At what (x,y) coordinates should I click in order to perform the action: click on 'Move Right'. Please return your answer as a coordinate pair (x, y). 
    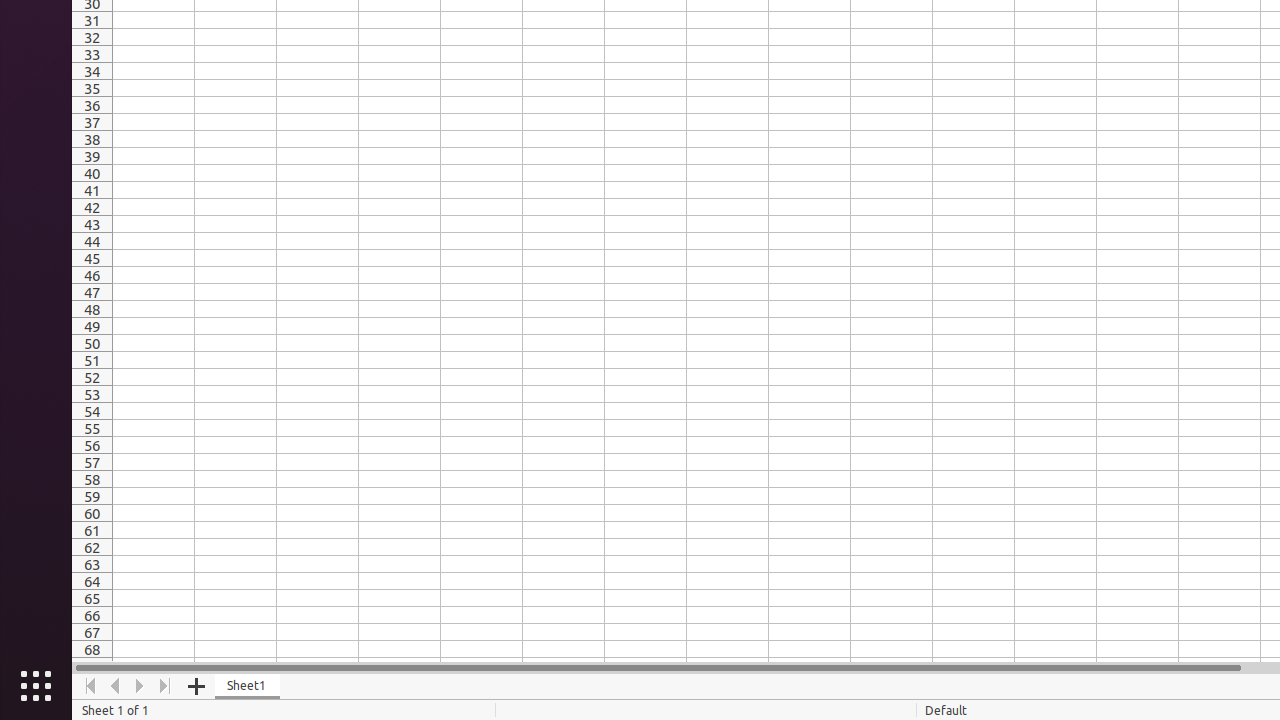
    Looking at the image, I should click on (139, 685).